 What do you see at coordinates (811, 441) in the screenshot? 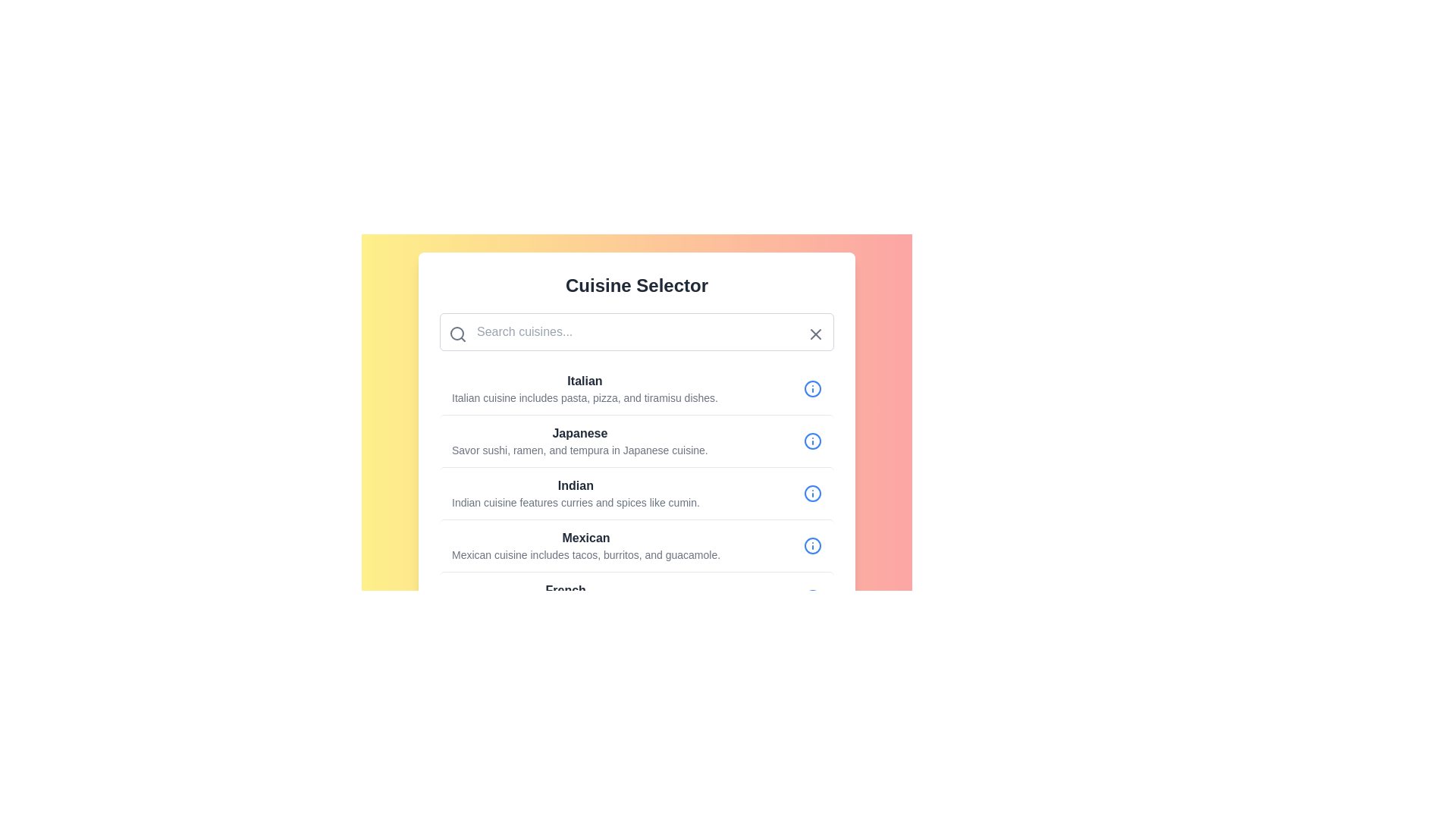
I see `the information icon button located at the far right end of the 'Japanese' cuisine item` at bounding box center [811, 441].